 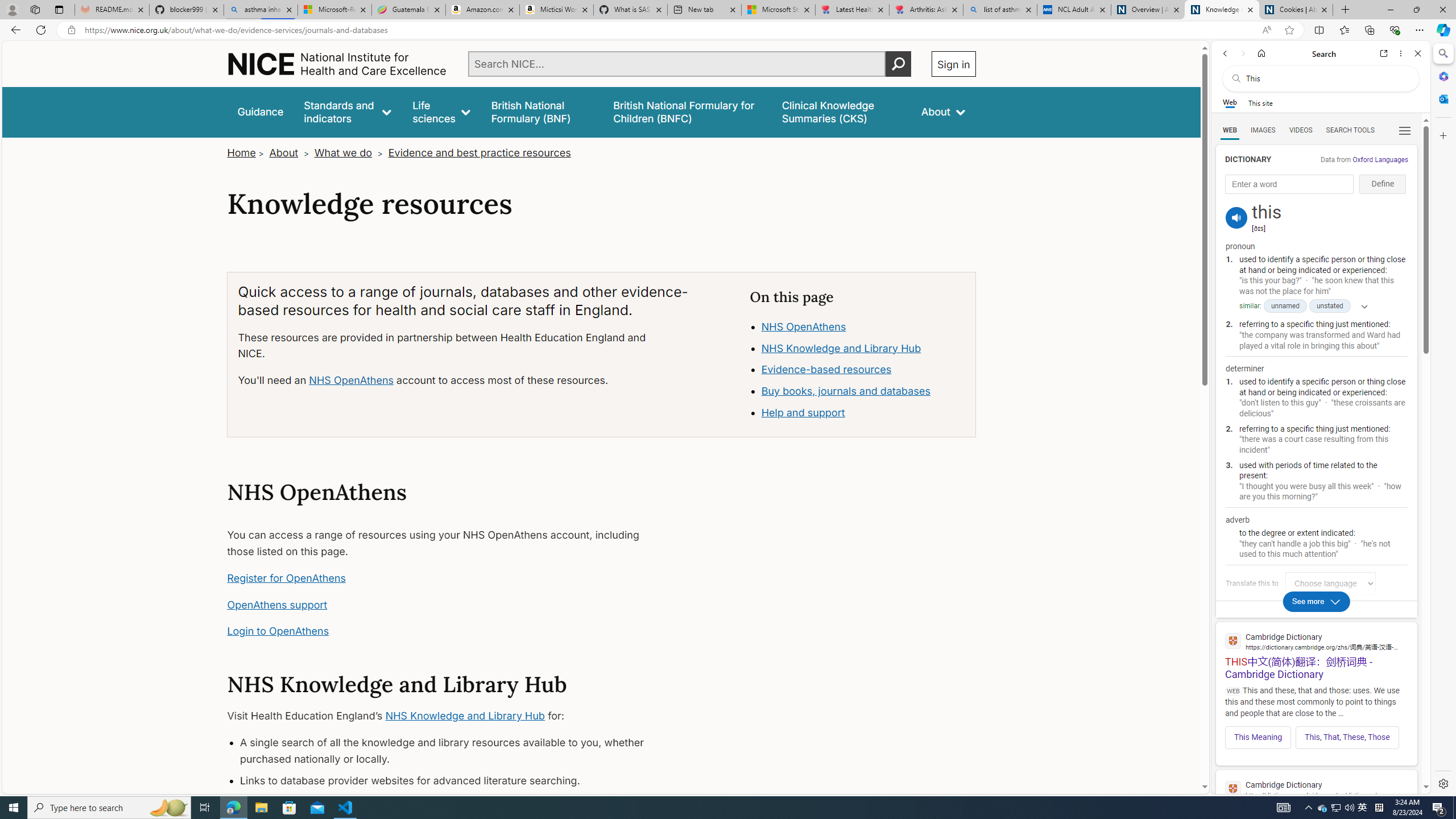 What do you see at coordinates (804, 325) in the screenshot?
I see `'NHS OpenAthens'` at bounding box center [804, 325].